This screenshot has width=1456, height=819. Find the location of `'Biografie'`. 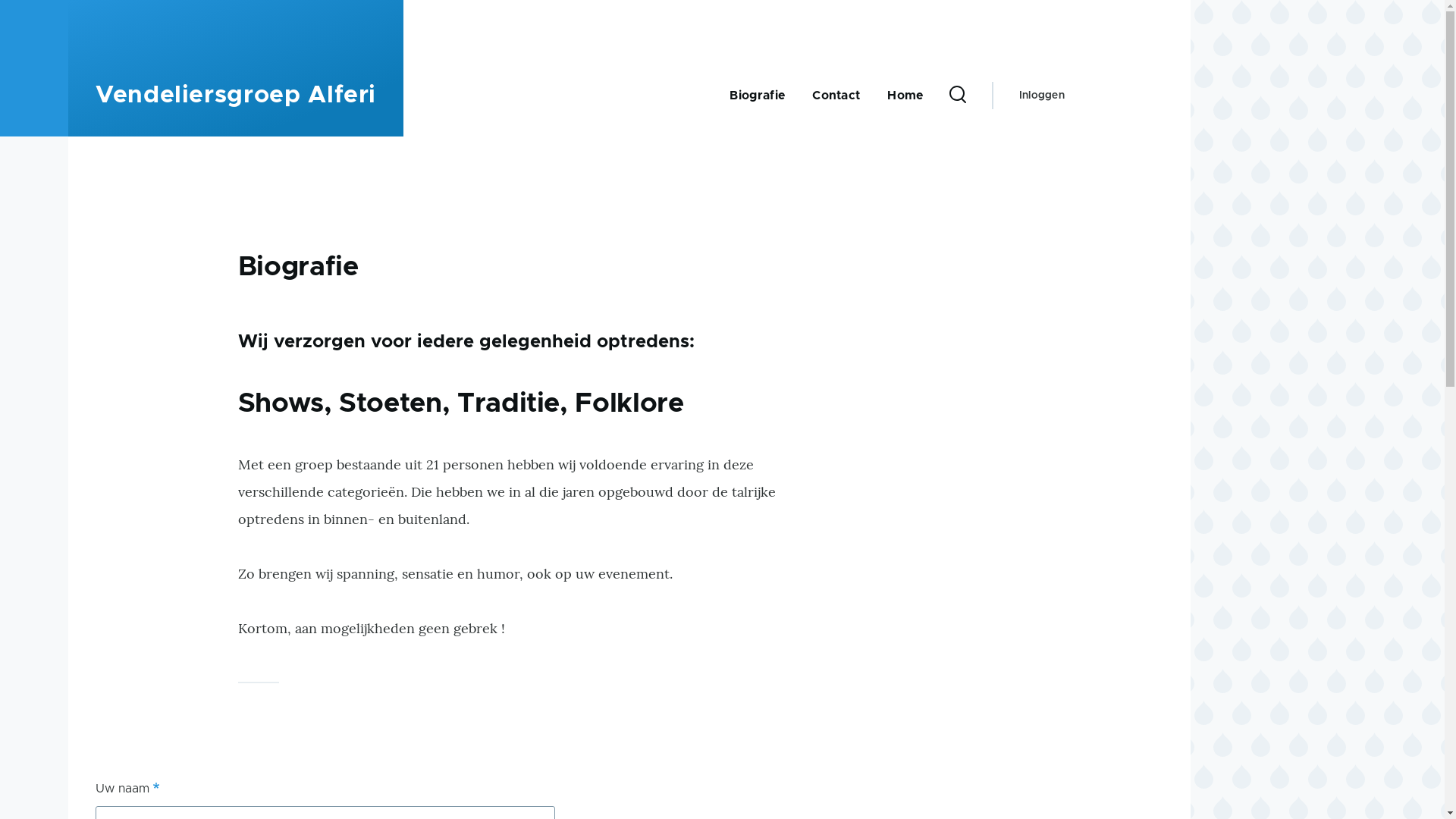

'Biografie' is located at coordinates (757, 95).